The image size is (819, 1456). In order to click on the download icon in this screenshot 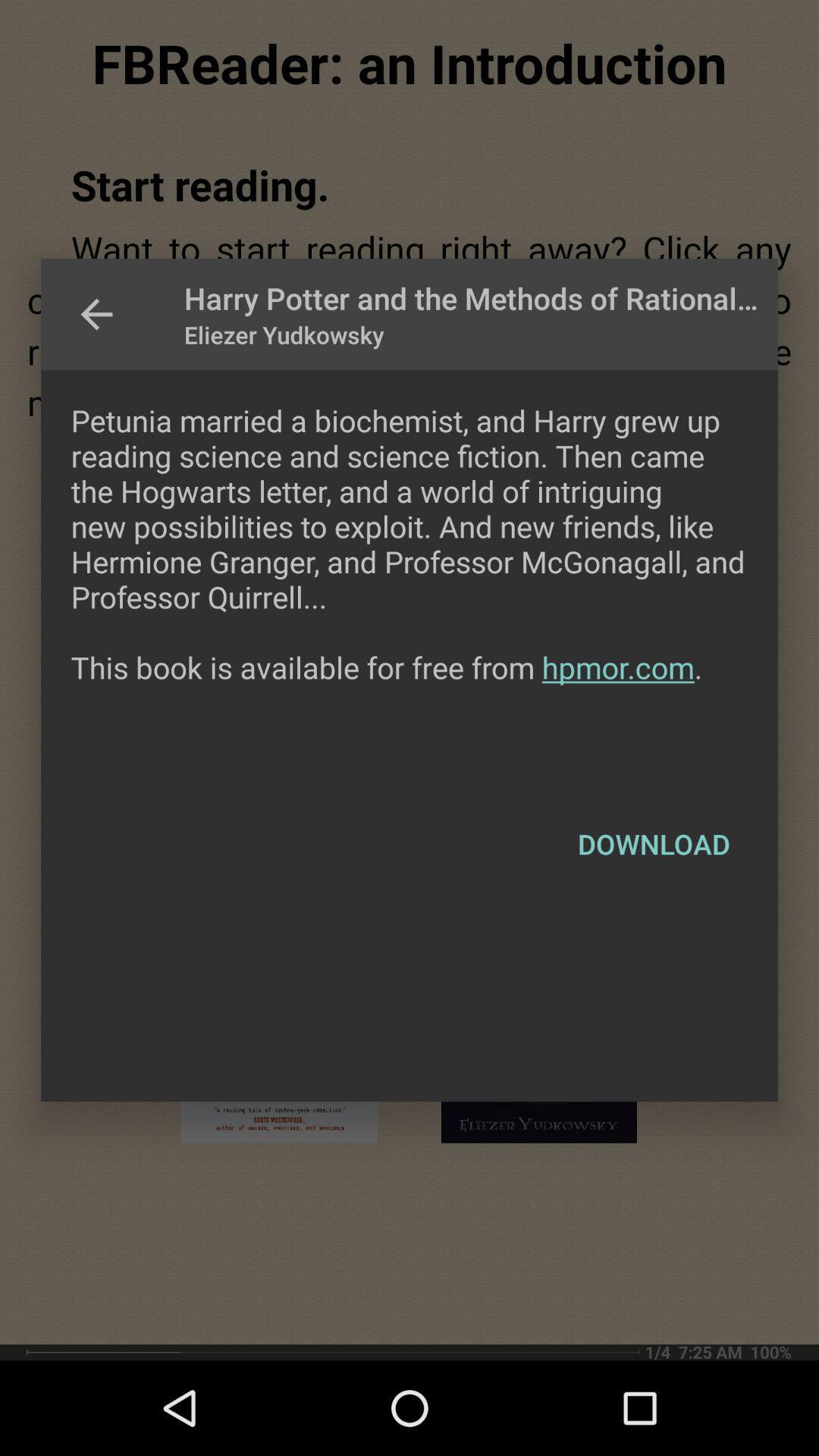, I will do `click(653, 843)`.